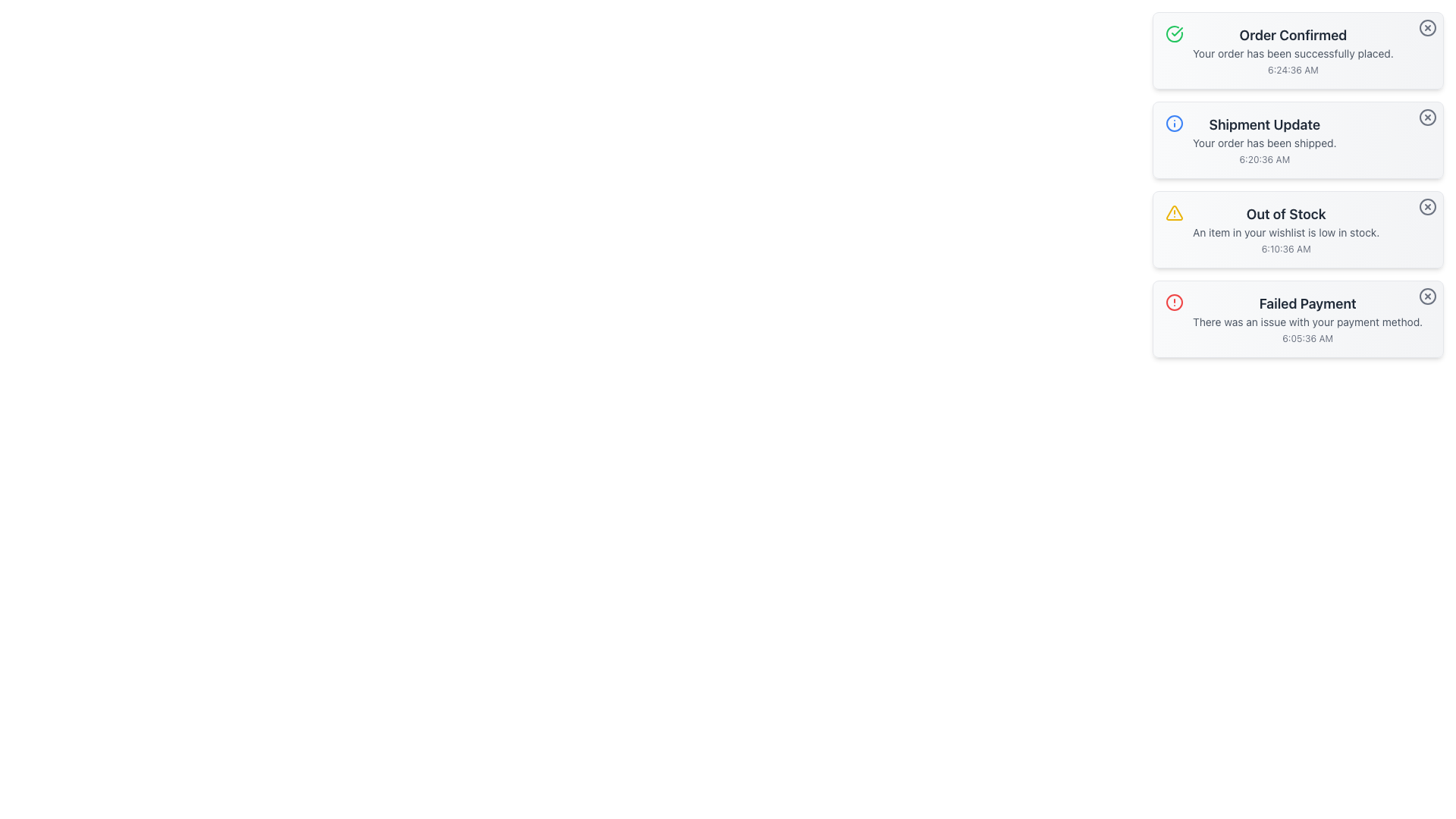 The height and width of the screenshot is (819, 1456). Describe the element at coordinates (1264, 124) in the screenshot. I see `the 'Shipment Update' heading text label, which is the topmost text in the second notification card on the right side of the interface` at that location.